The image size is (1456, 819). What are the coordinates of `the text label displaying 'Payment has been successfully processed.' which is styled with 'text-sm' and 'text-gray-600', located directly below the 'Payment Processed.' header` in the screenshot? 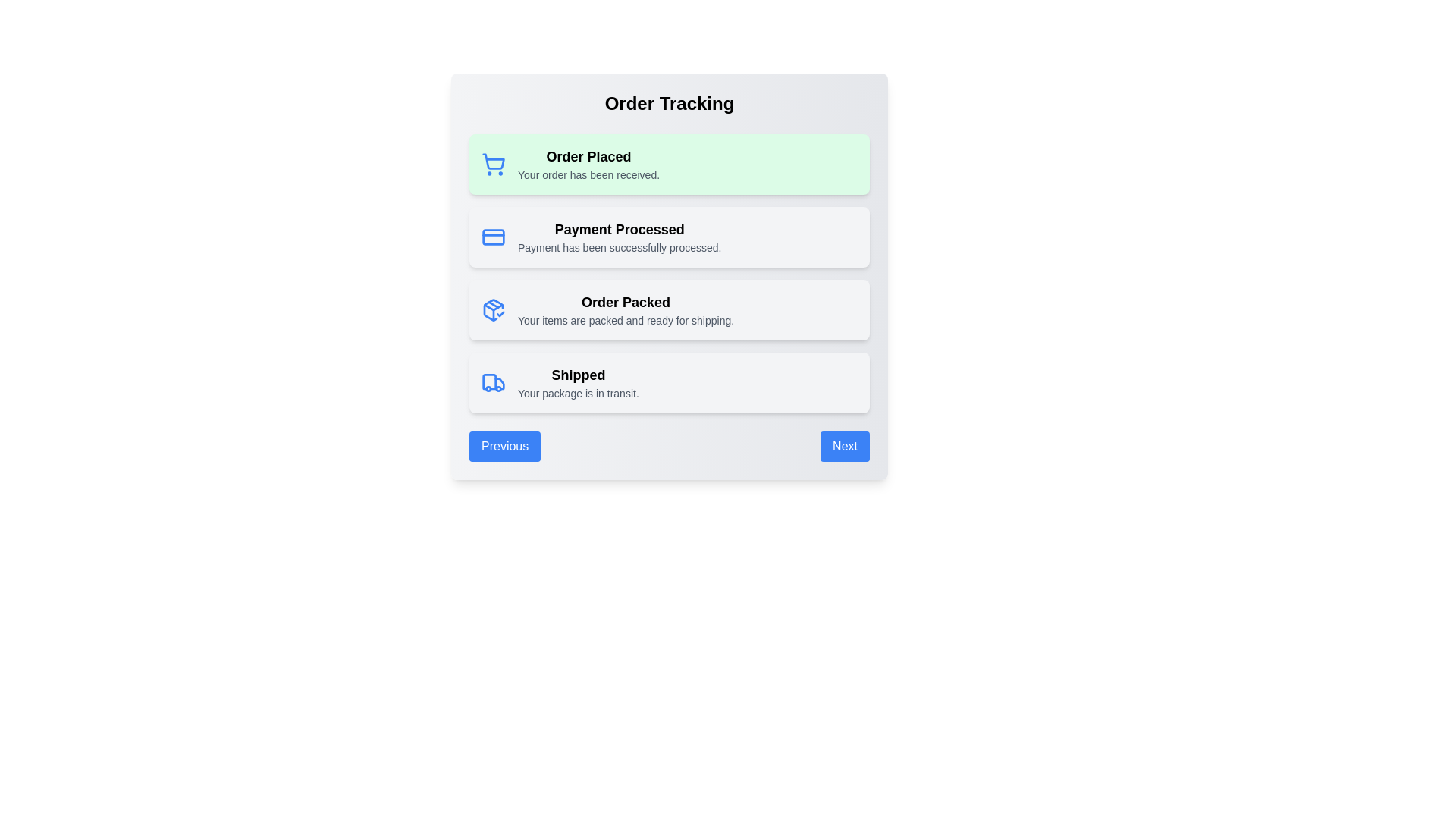 It's located at (620, 247).